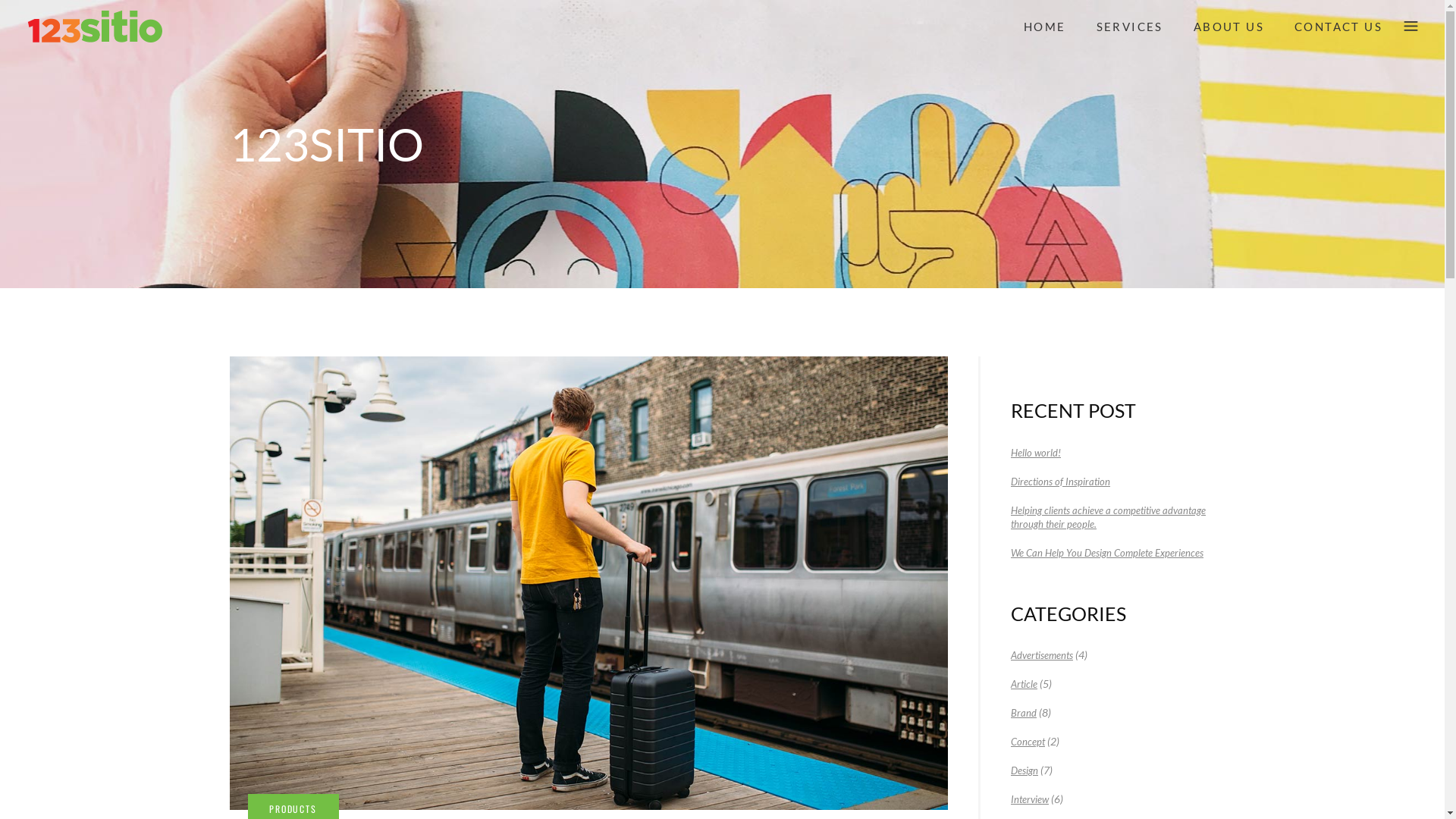 This screenshot has height=819, width=1456. What do you see at coordinates (1028, 741) in the screenshot?
I see `'Concept'` at bounding box center [1028, 741].